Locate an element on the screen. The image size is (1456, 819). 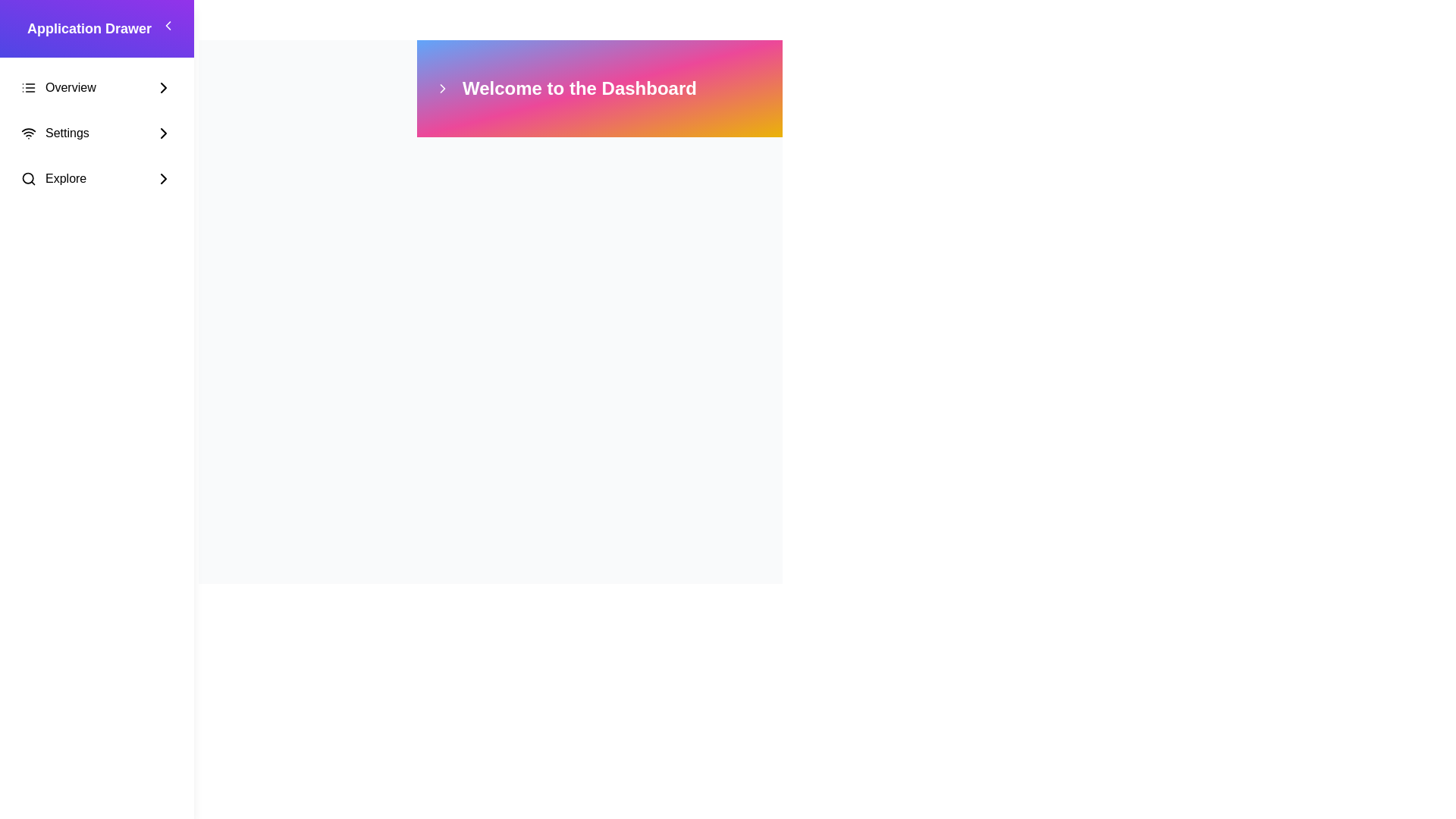
the left-facing chevron icon located within the square button in the 'Application Drawer' sidebar is located at coordinates (168, 26).